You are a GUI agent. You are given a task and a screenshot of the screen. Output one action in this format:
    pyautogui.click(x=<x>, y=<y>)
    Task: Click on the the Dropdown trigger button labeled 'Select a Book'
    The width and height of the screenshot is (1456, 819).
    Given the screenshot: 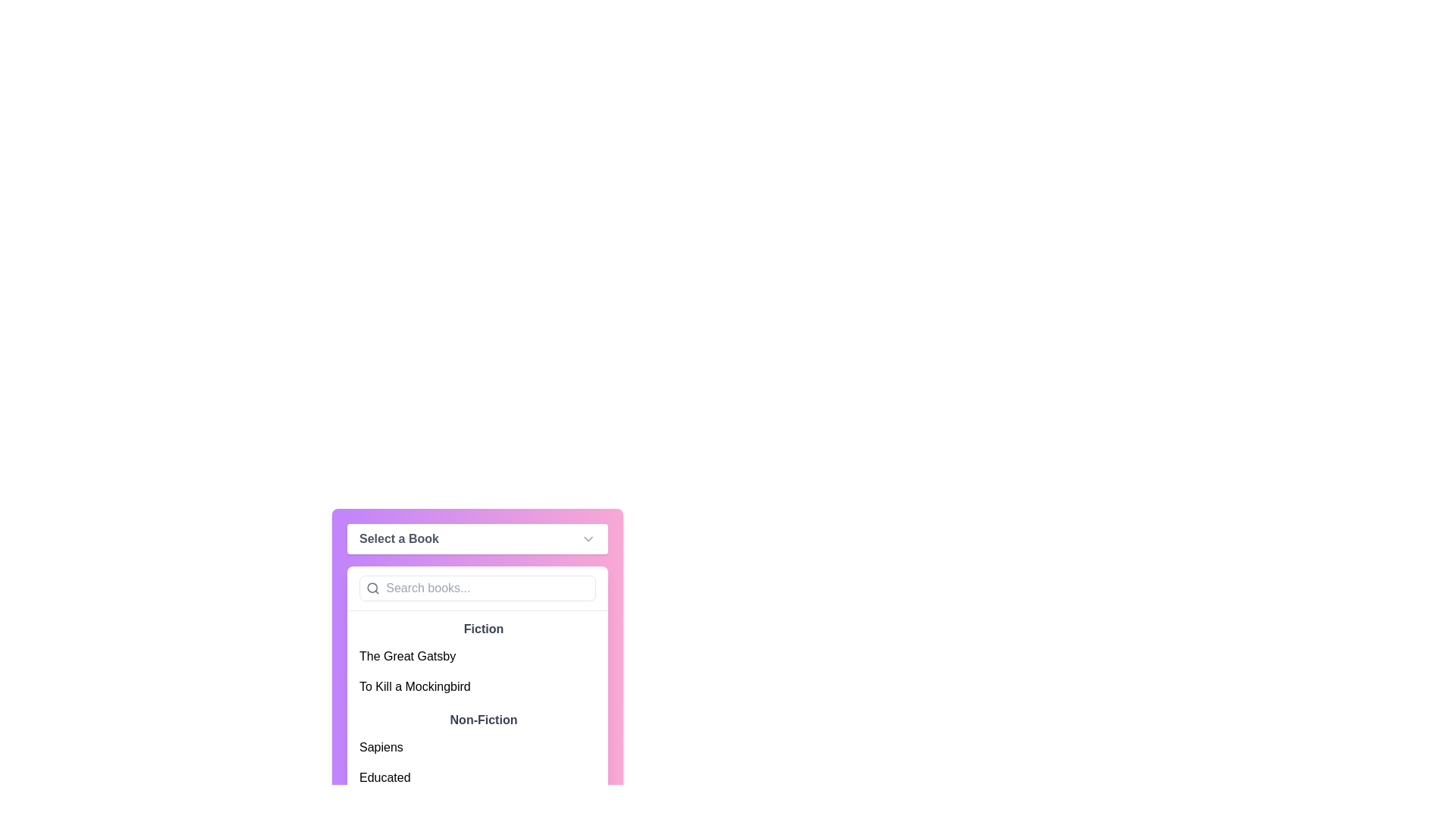 What is the action you would take?
    pyautogui.click(x=476, y=538)
    